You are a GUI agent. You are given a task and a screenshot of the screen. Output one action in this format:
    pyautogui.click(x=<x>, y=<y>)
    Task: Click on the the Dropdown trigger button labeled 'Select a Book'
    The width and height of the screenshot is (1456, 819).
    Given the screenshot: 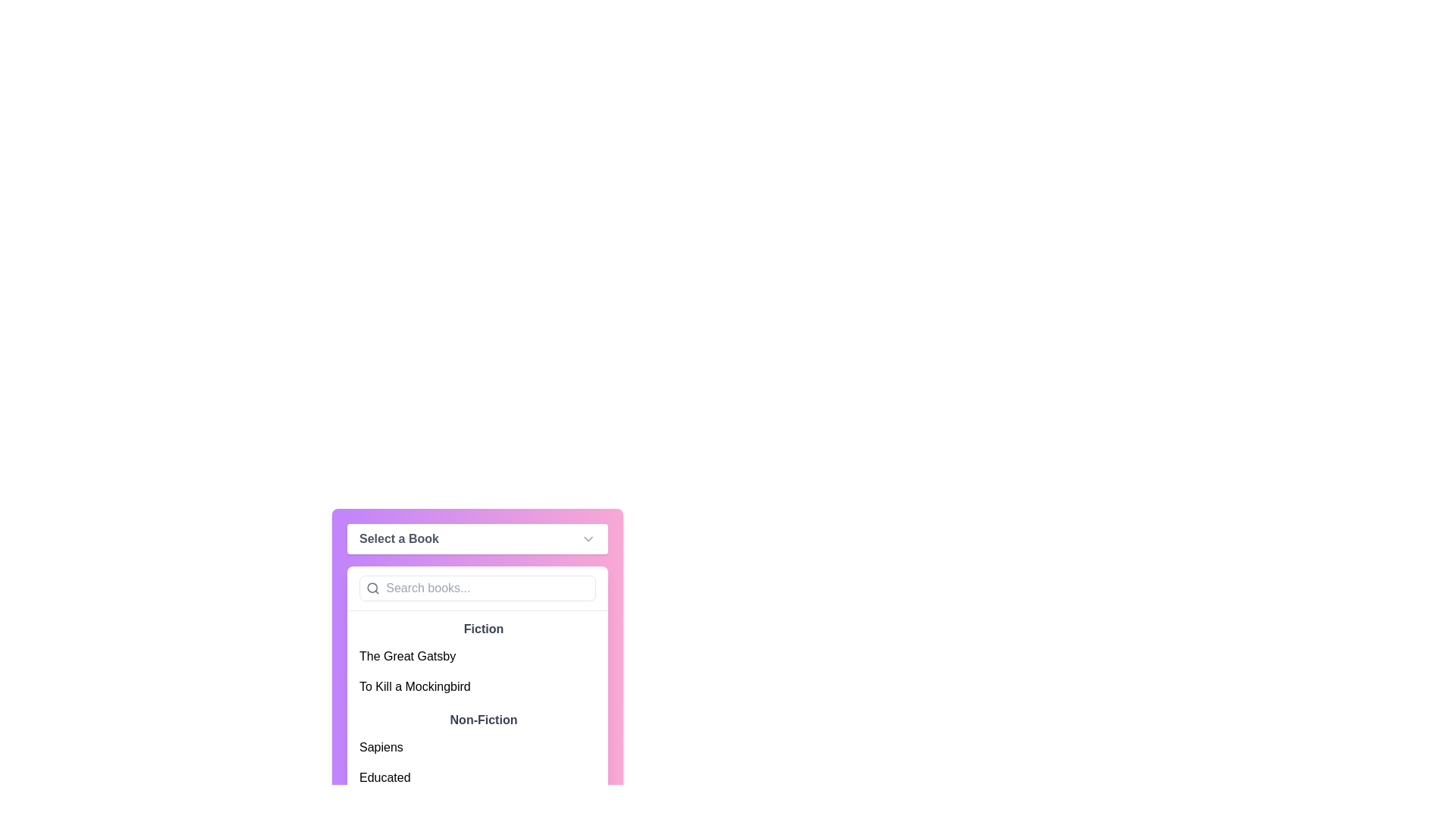 What is the action you would take?
    pyautogui.click(x=476, y=538)
    